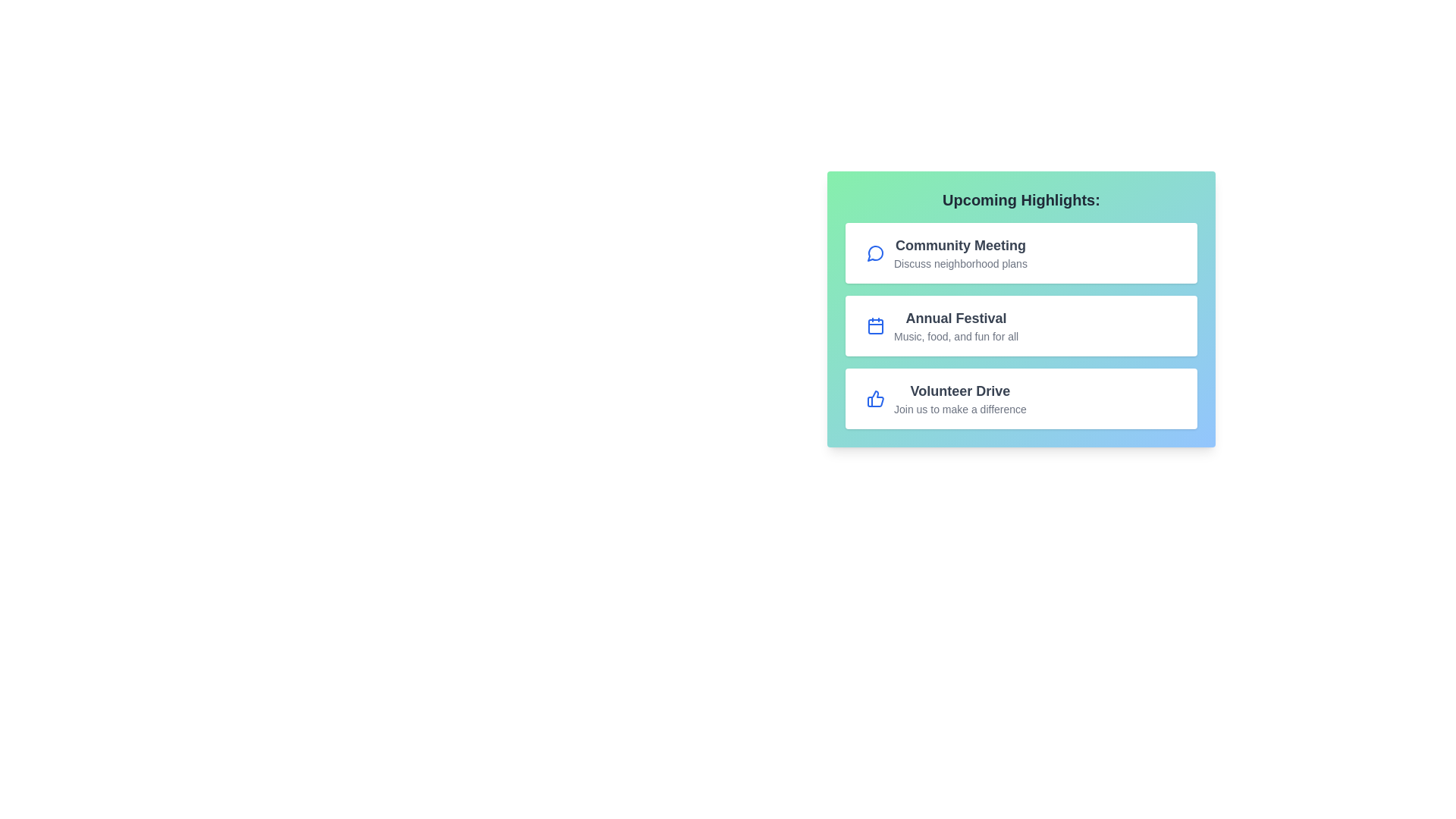 The width and height of the screenshot is (1456, 819). What do you see at coordinates (876, 253) in the screenshot?
I see `the icon associated with the Community Meeting event` at bounding box center [876, 253].